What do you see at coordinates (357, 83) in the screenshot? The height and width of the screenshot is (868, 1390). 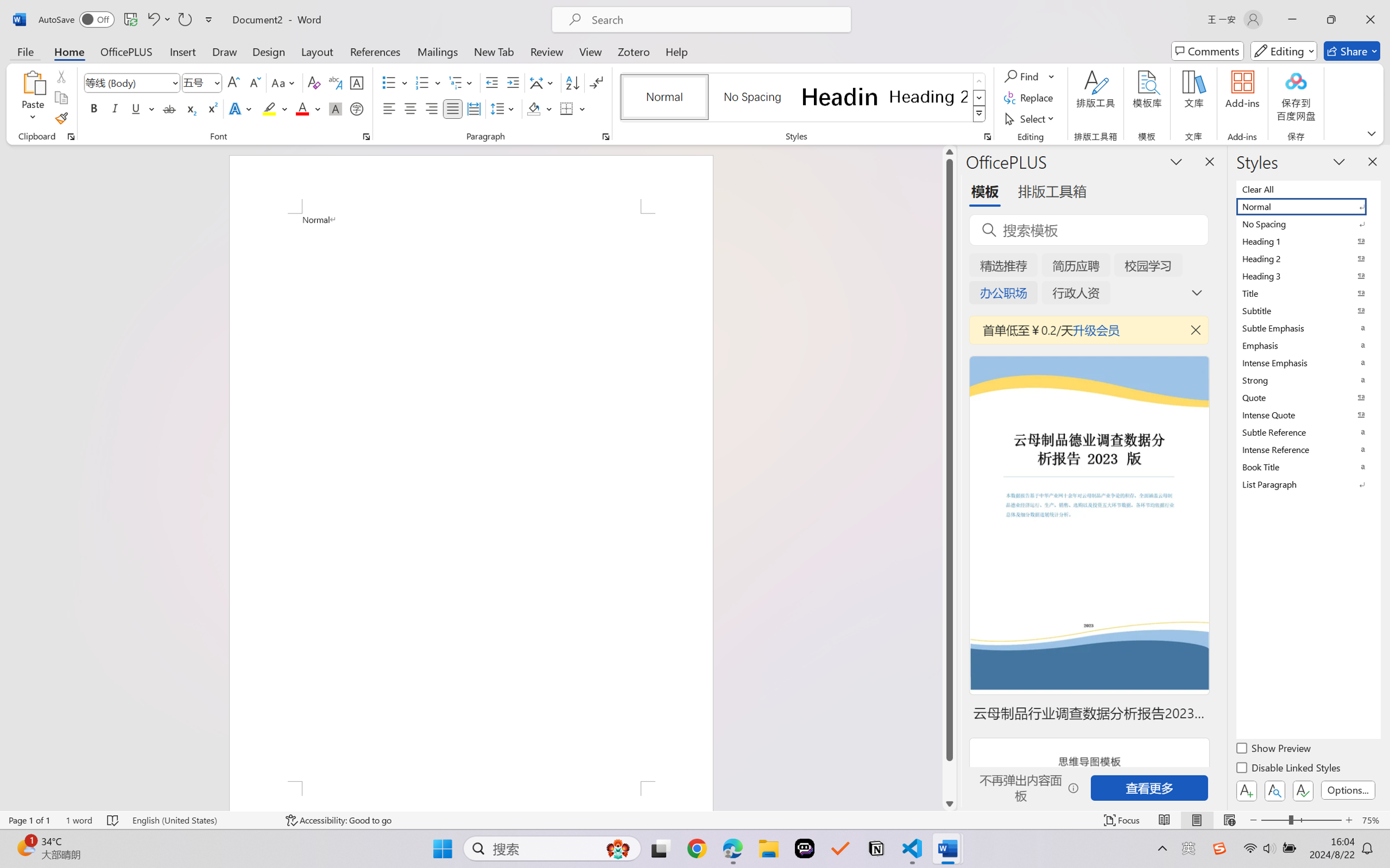 I see `'Character Border'` at bounding box center [357, 83].